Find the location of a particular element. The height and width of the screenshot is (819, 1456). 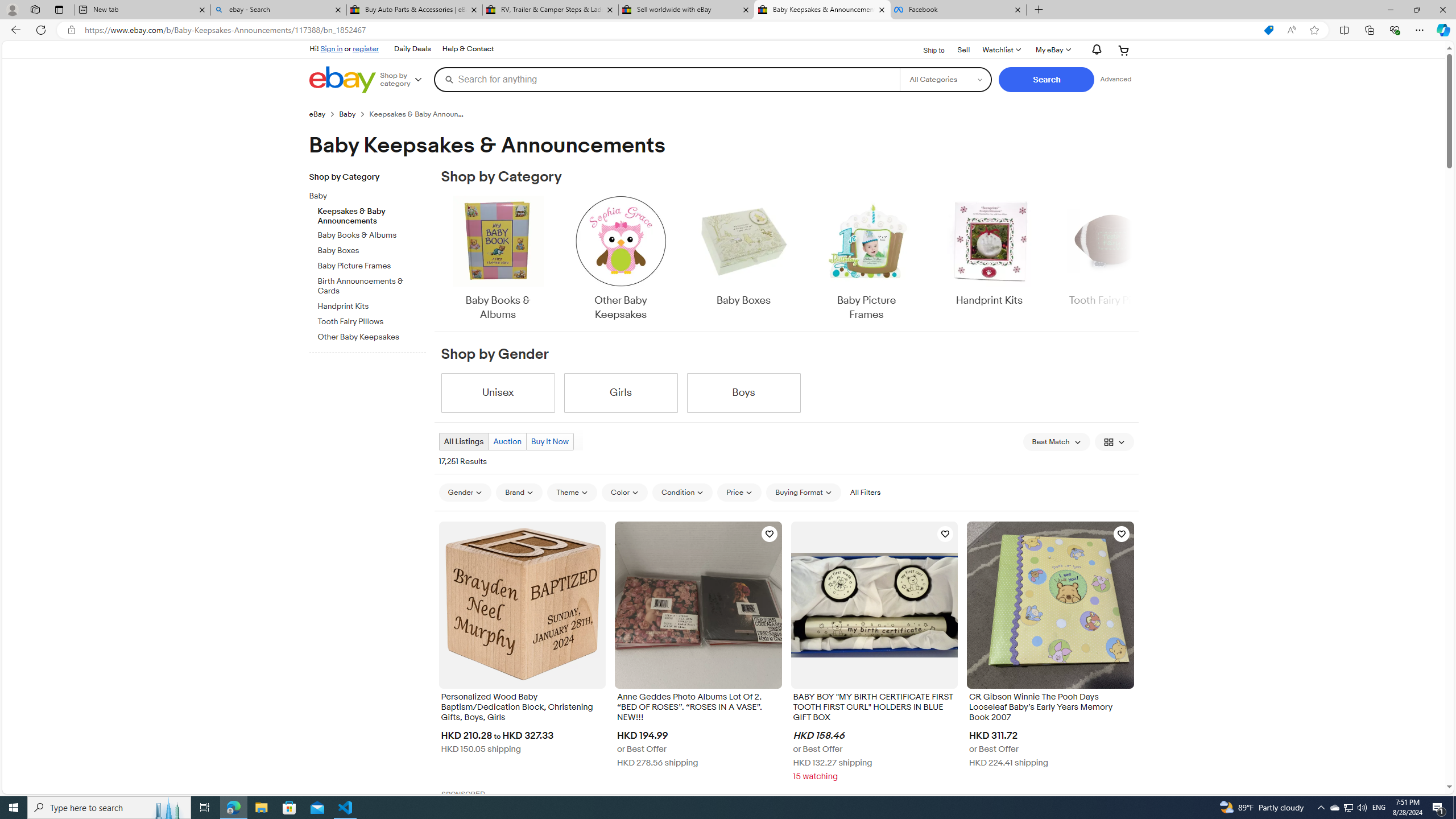

'Help & Contact' is located at coordinates (468, 49).